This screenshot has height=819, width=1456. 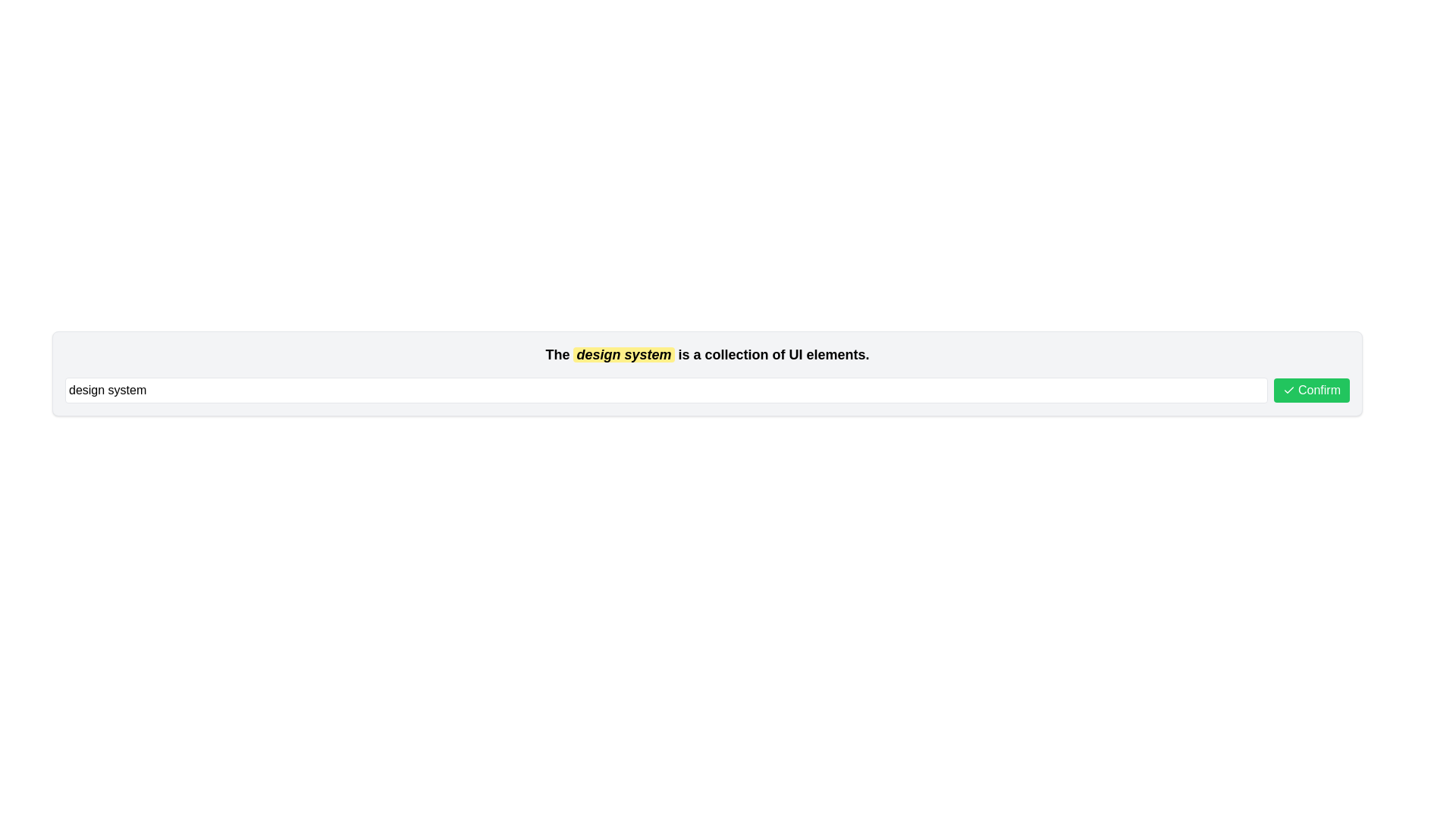 What do you see at coordinates (1288, 390) in the screenshot?
I see `the green circular icon with a white checkmark located on the rightmost side of the confirmation button labeled 'Confirm'` at bounding box center [1288, 390].